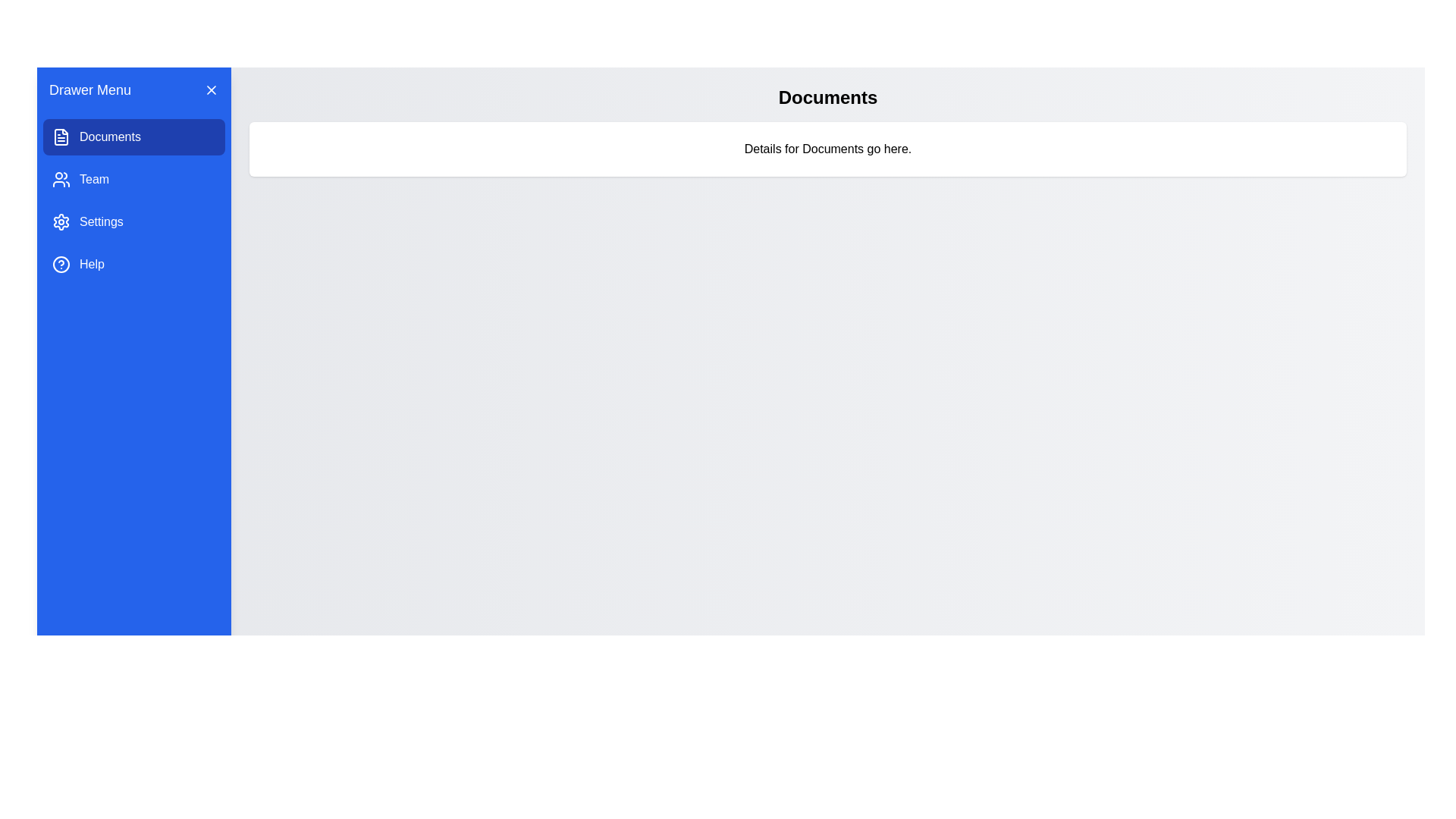  Describe the element at coordinates (134, 222) in the screenshot. I see `the menu item Settings to change the active content` at that location.